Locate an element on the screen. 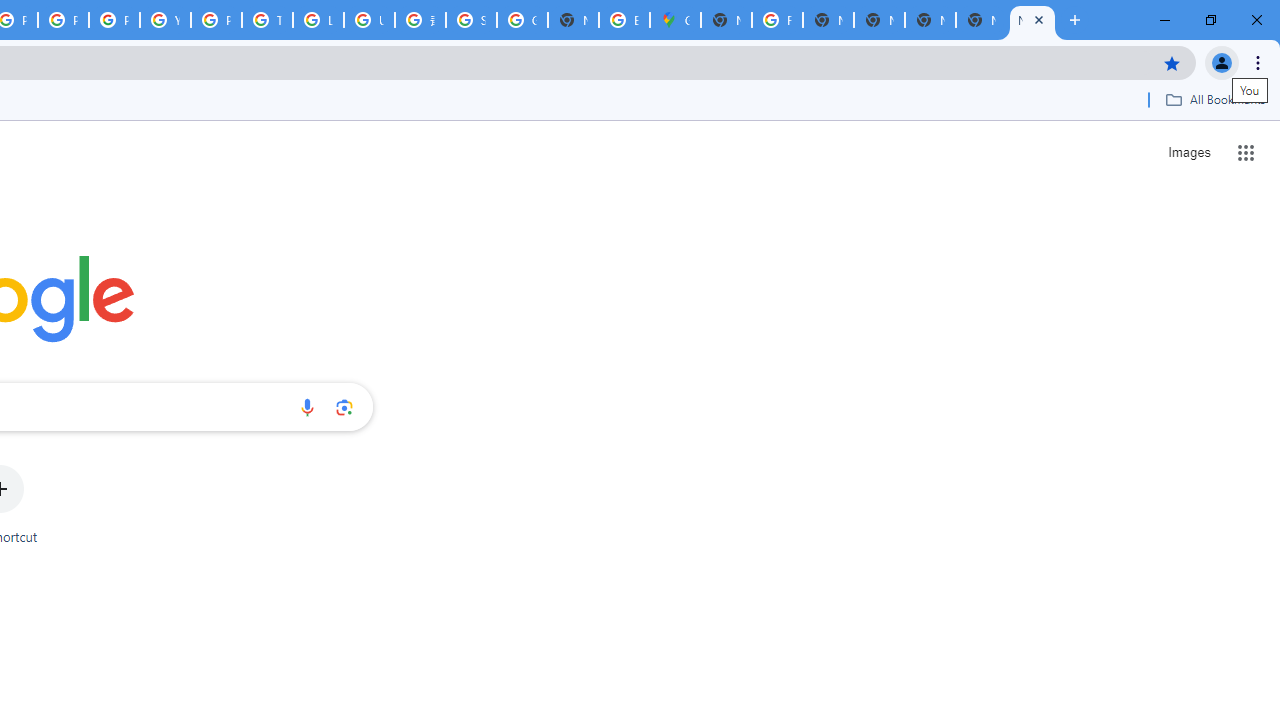  'Tips & tricks for Chrome - Google Chrome Help' is located at coordinates (266, 20).